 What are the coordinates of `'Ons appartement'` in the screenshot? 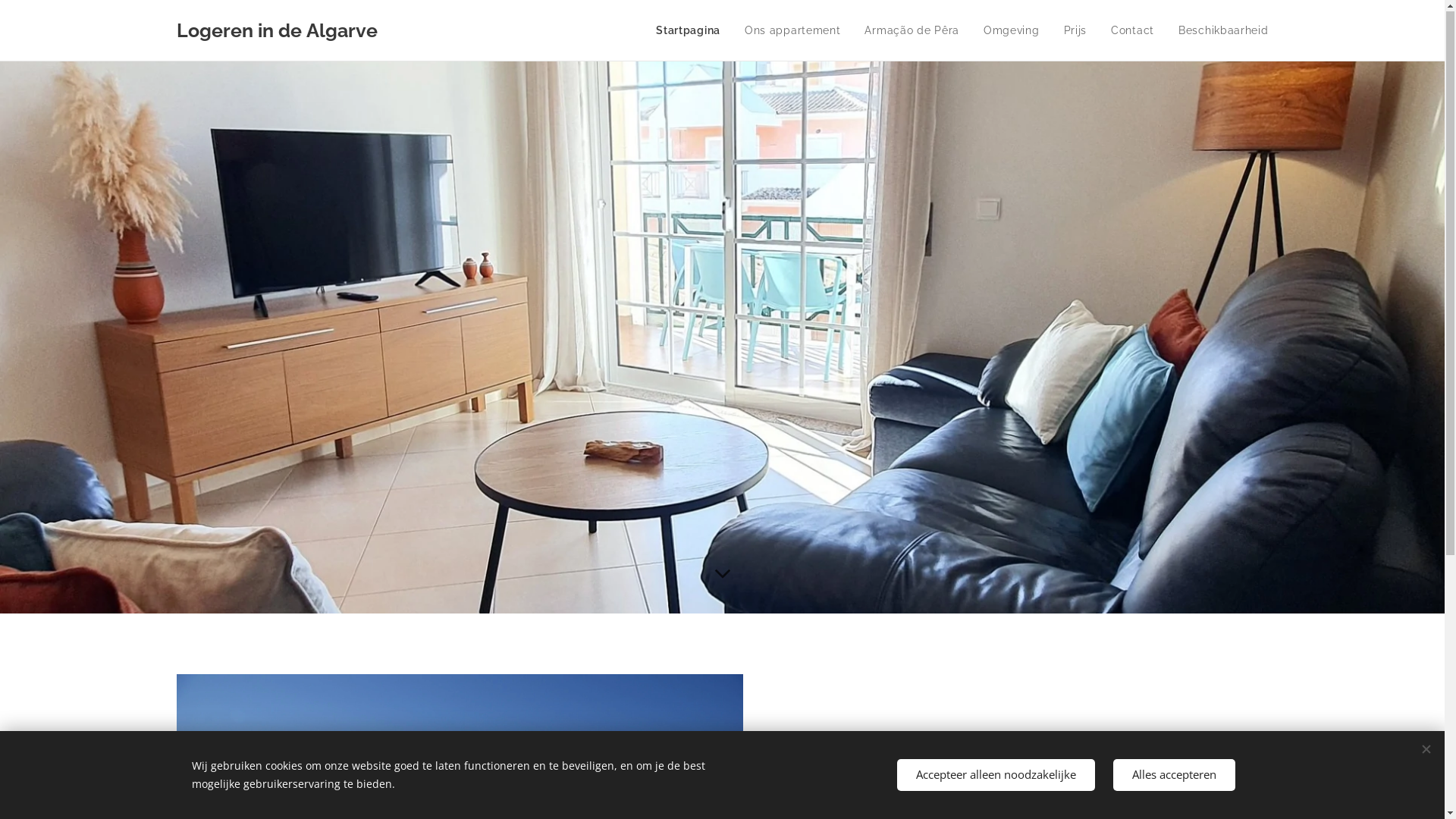 It's located at (792, 31).